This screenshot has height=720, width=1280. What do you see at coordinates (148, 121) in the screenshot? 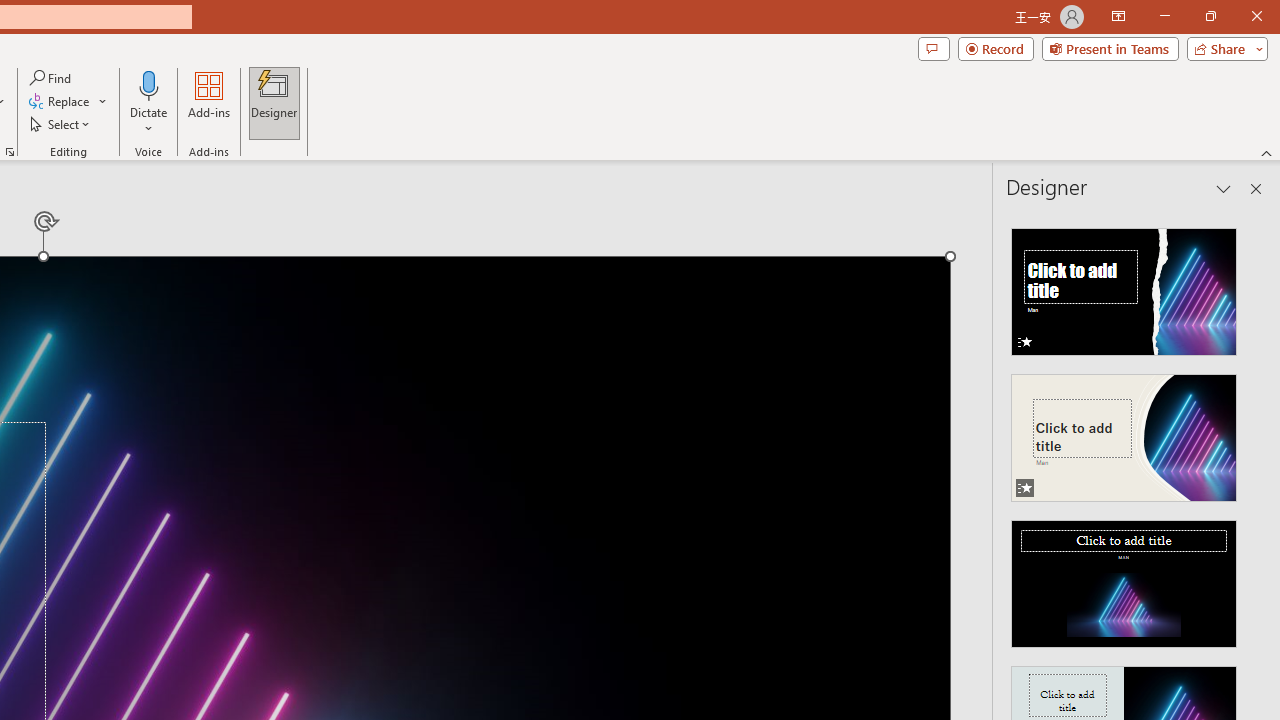
I see `'More Options'` at bounding box center [148, 121].